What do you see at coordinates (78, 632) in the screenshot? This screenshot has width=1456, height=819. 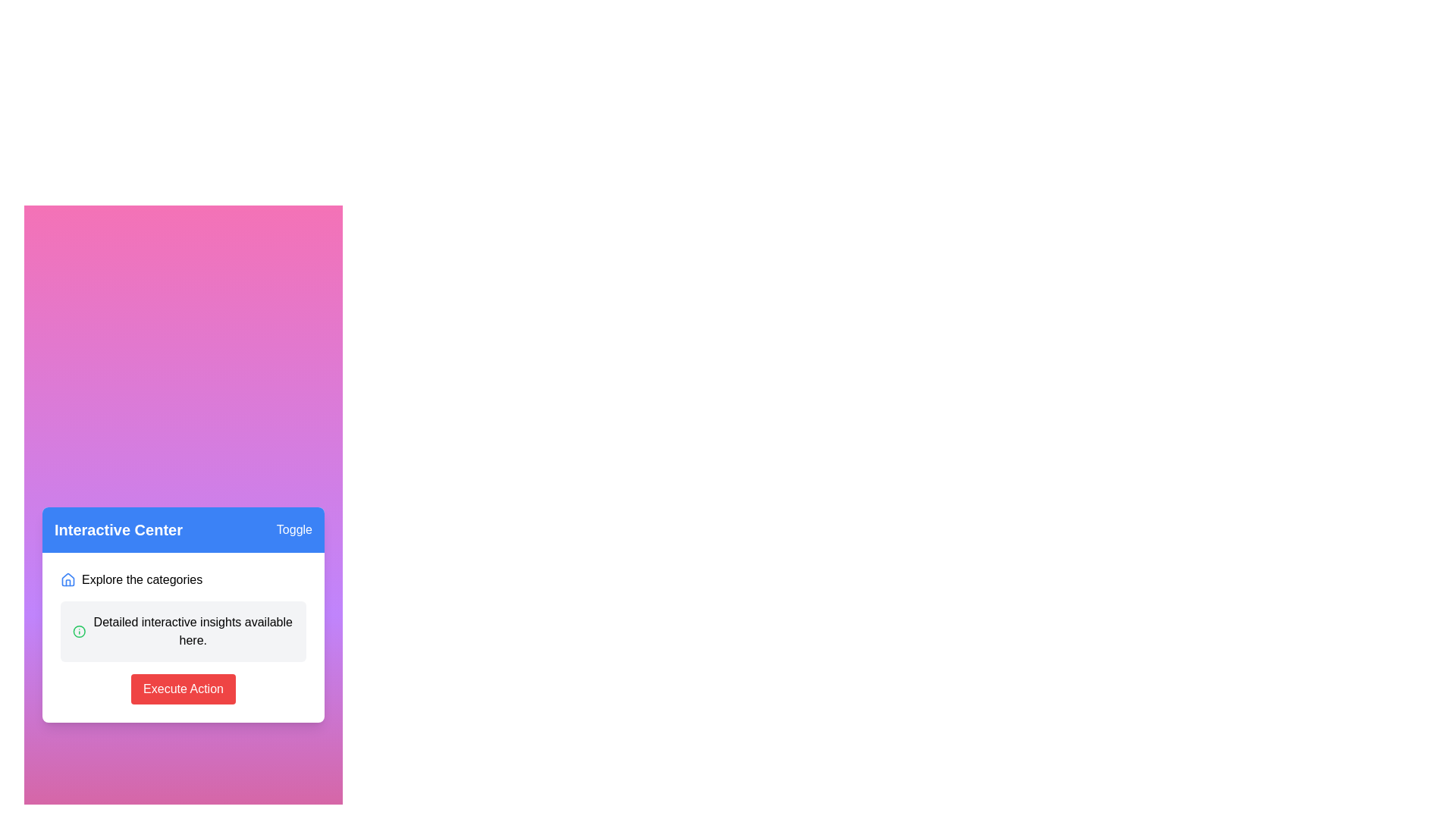 I see `the circular icon with a green outline and an exclamation mark, indicating informational content, located below the 'Explore the categories' text and above the 'Execute Action' button` at bounding box center [78, 632].